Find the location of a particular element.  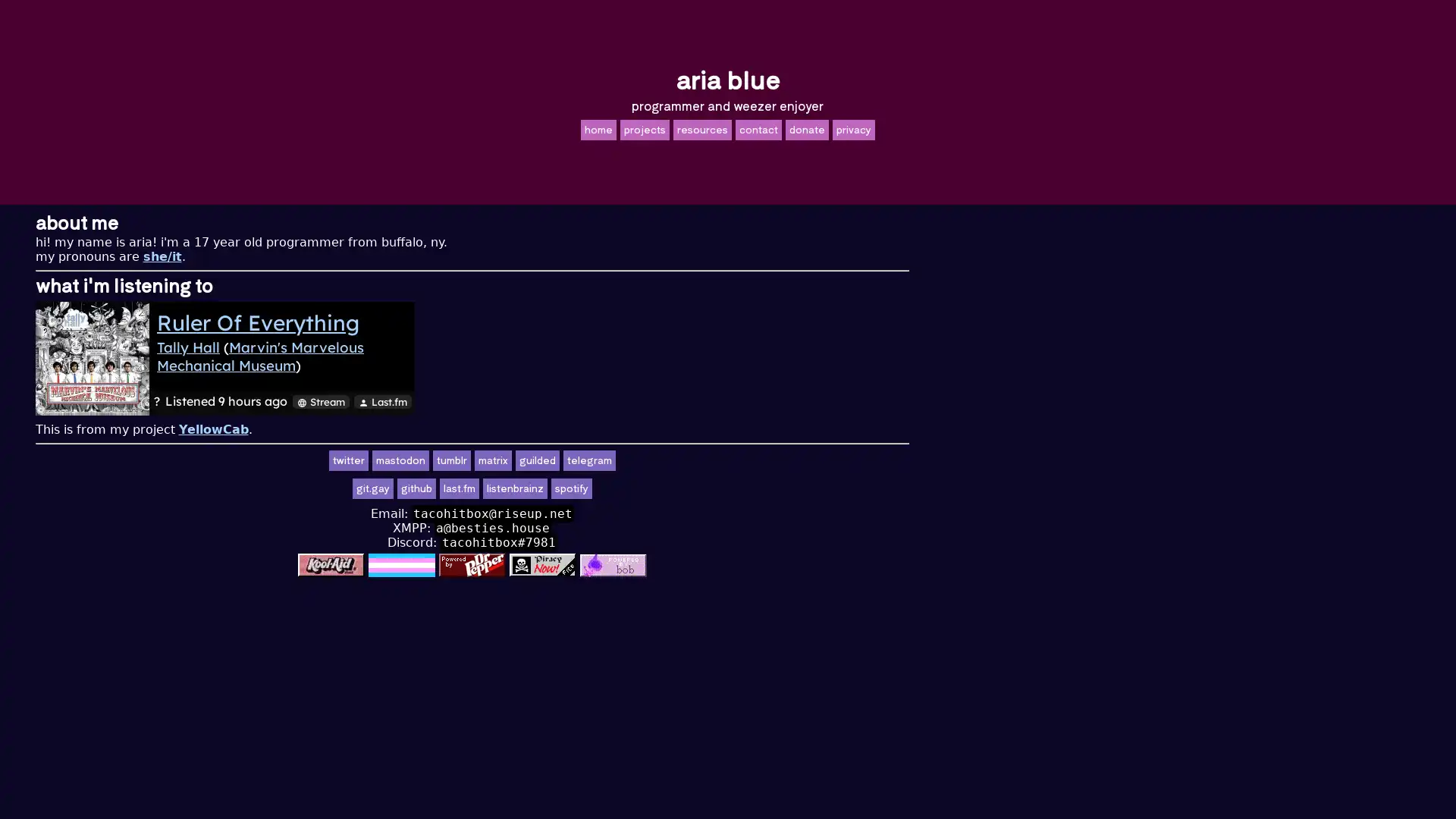

last.fm is located at coordinates (714, 488).